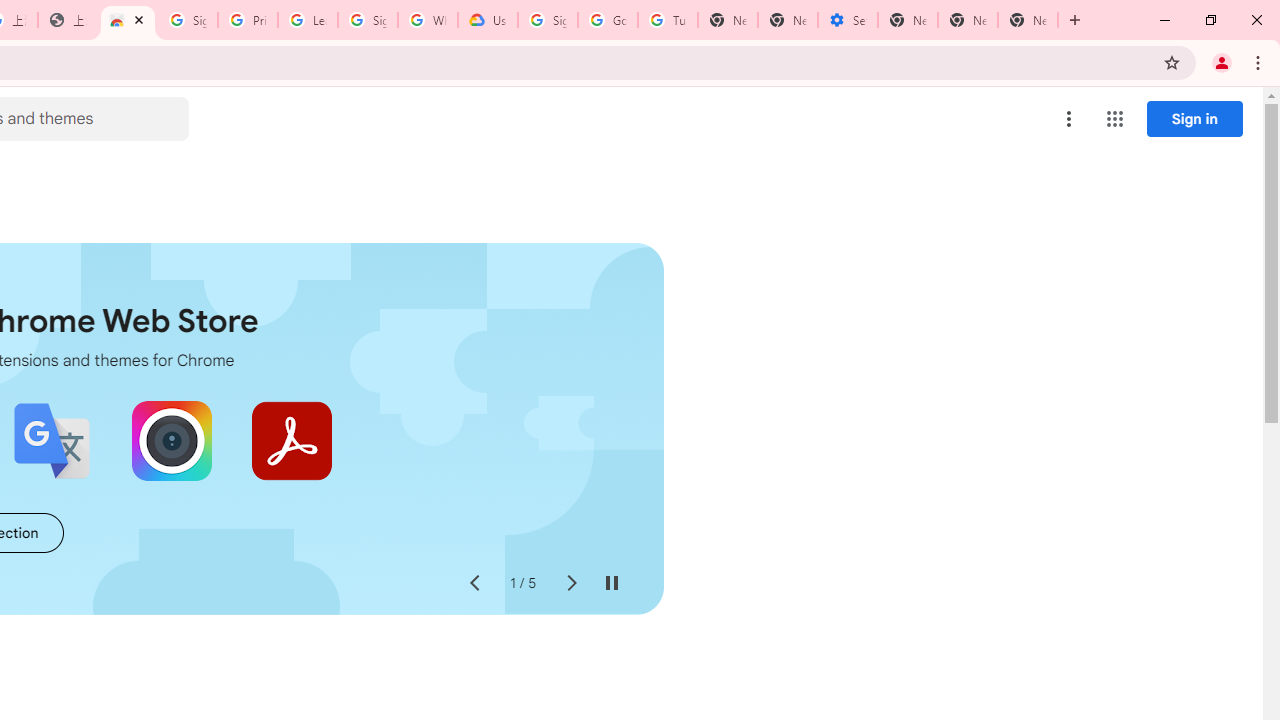 Image resolution: width=1280 pixels, height=720 pixels. Describe the element at coordinates (1068, 119) in the screenshot. I see `'More options menu'` at that location.